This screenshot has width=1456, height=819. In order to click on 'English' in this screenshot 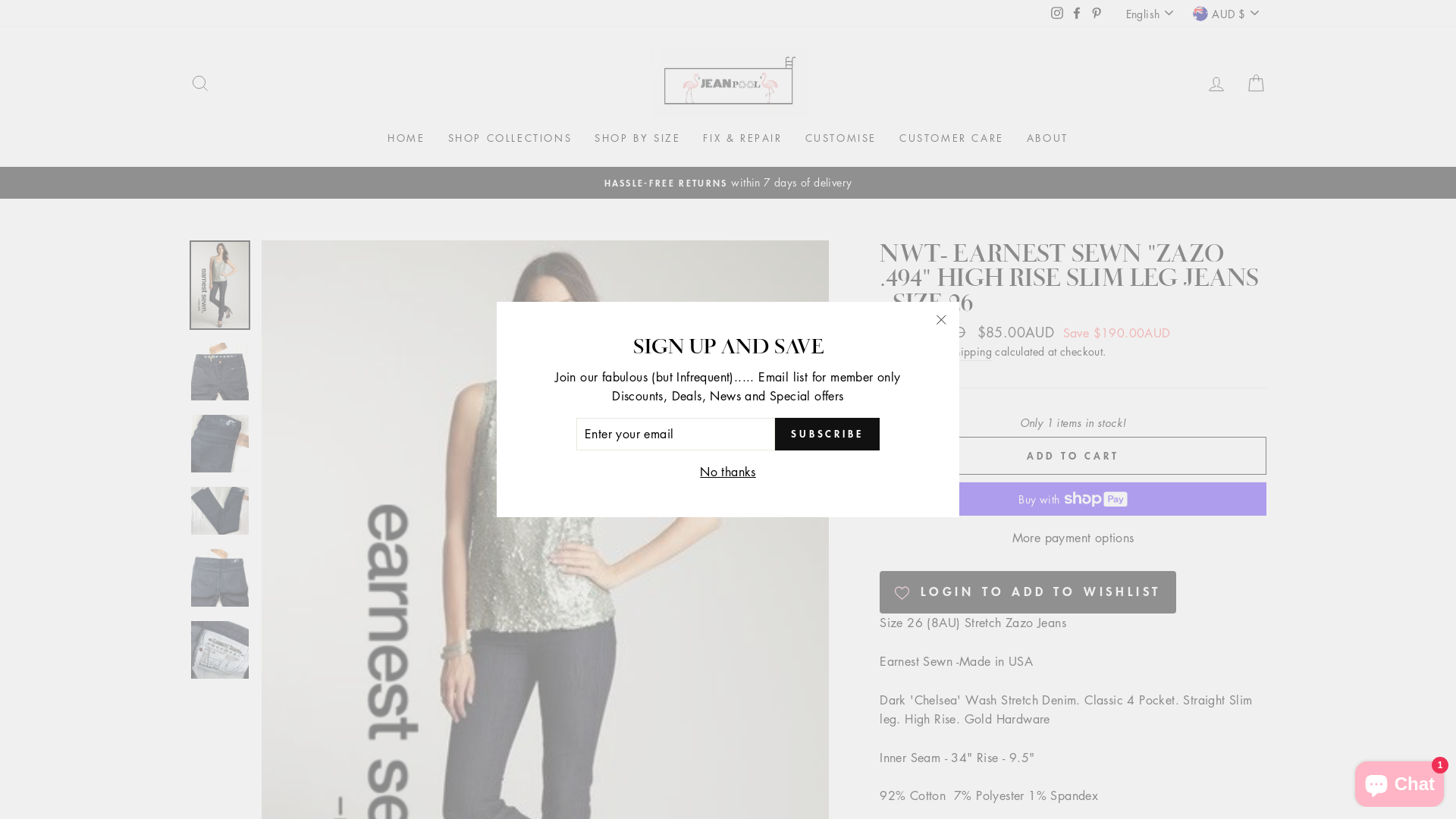, I will do `click(1150, 13)`.